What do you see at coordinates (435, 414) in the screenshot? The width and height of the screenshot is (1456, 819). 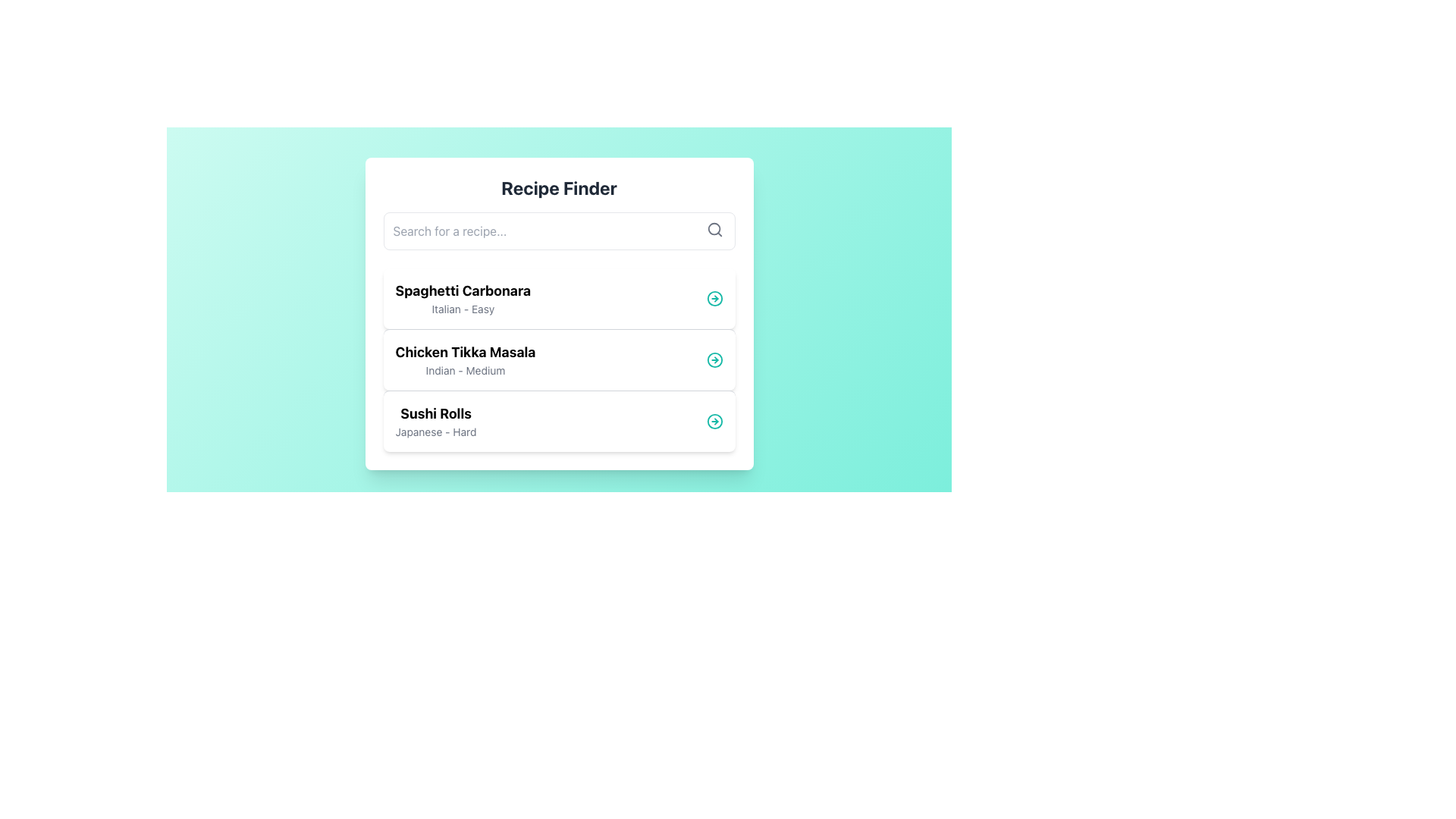 I see `text content of the title 'Sushi Rolls' in the Recipe Finder section, which is the third entry in the vertically arranged list` at bounding box center [435, 414].